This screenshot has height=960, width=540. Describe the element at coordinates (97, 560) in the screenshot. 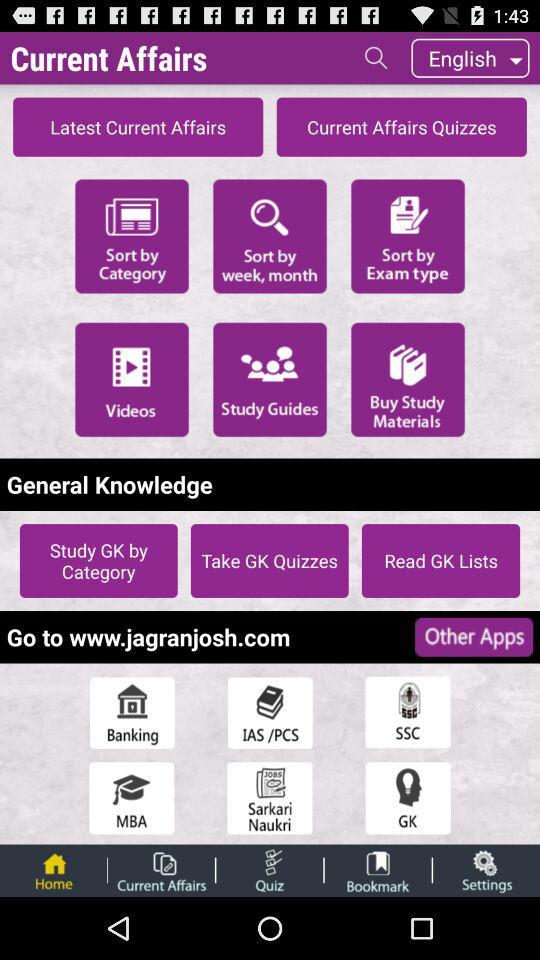

I see `icon below the general knowledge item` at that location.